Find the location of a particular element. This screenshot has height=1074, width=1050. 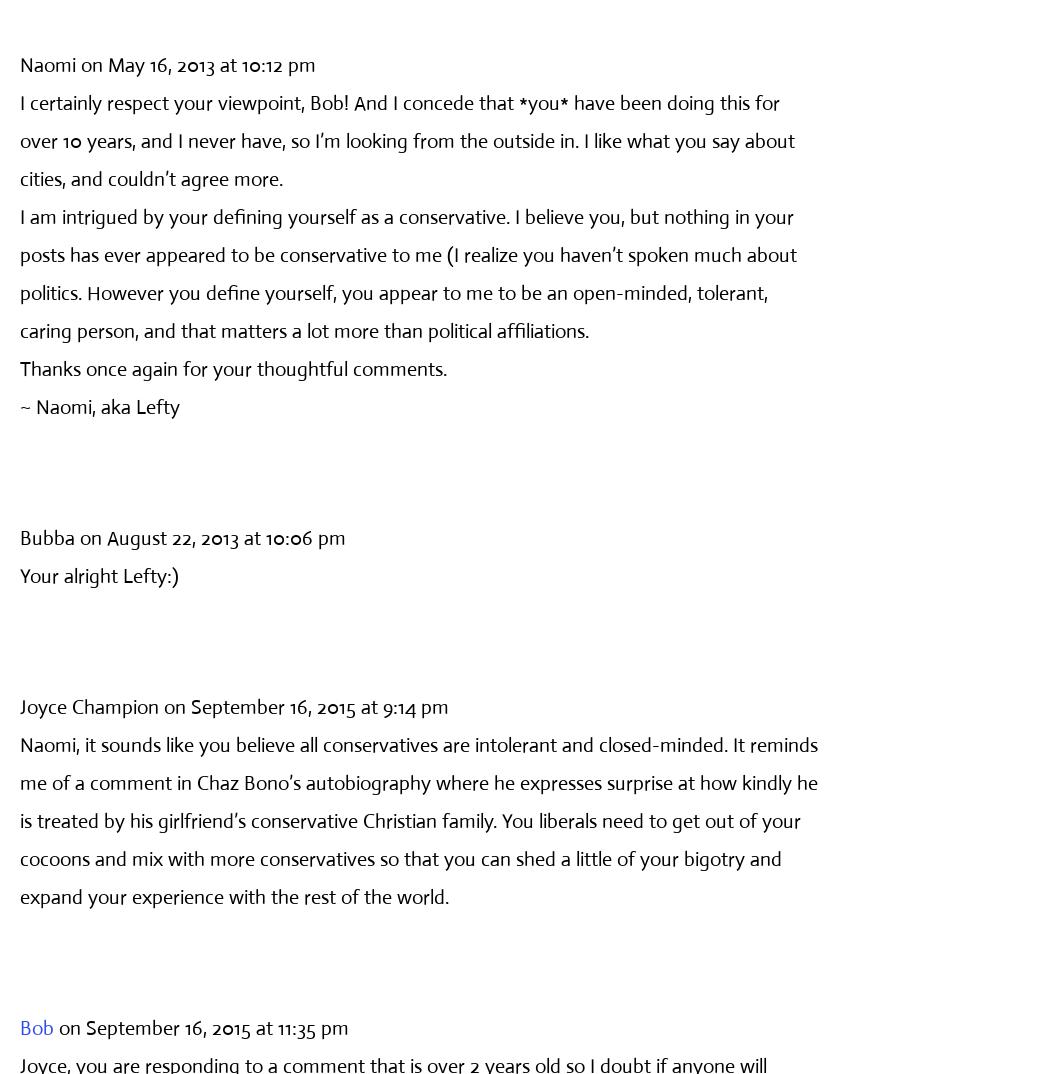

'Bob' is located at coordinates (36, 1027).